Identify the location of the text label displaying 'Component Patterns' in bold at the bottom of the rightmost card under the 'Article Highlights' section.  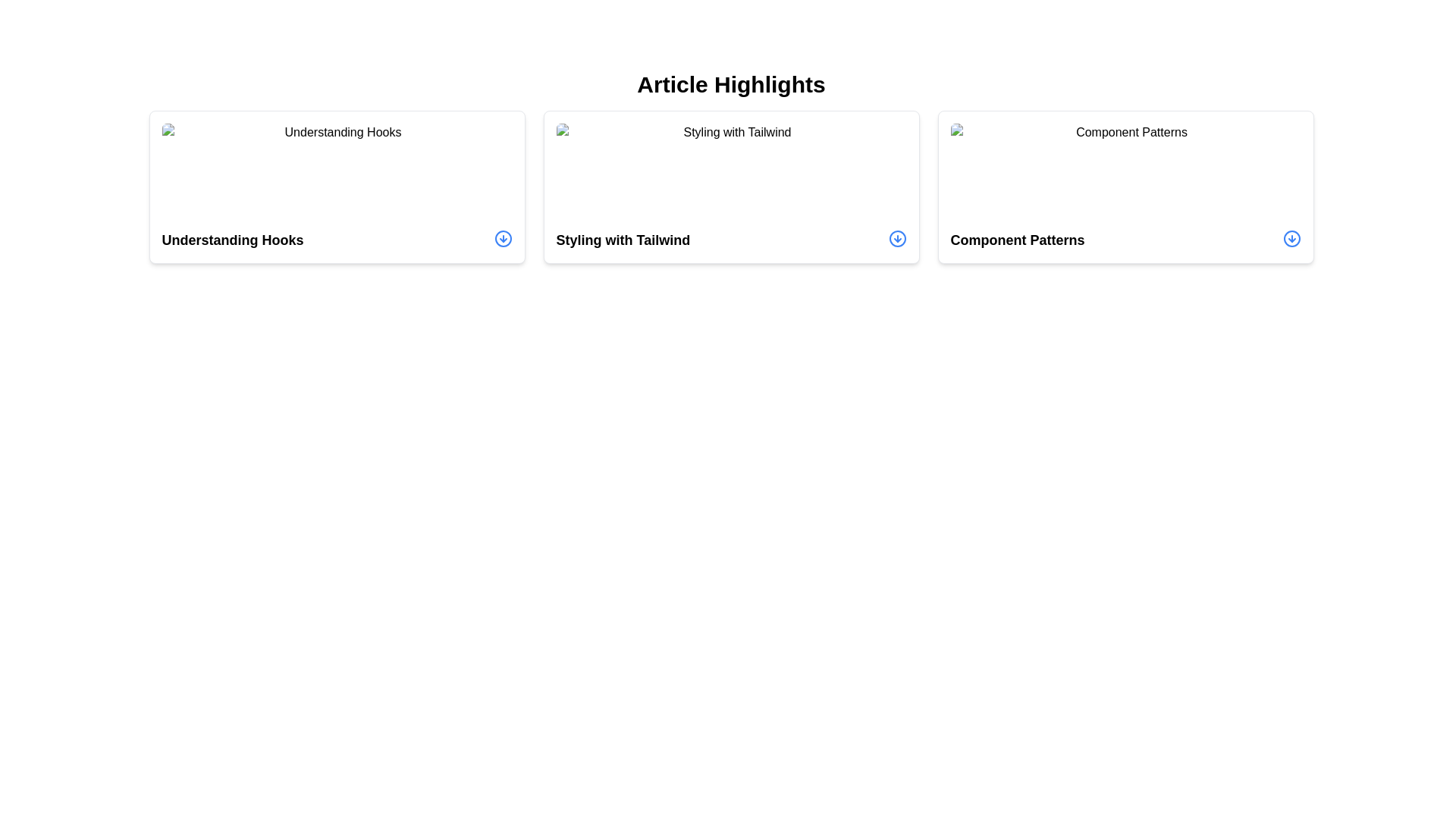
(1018, 239).